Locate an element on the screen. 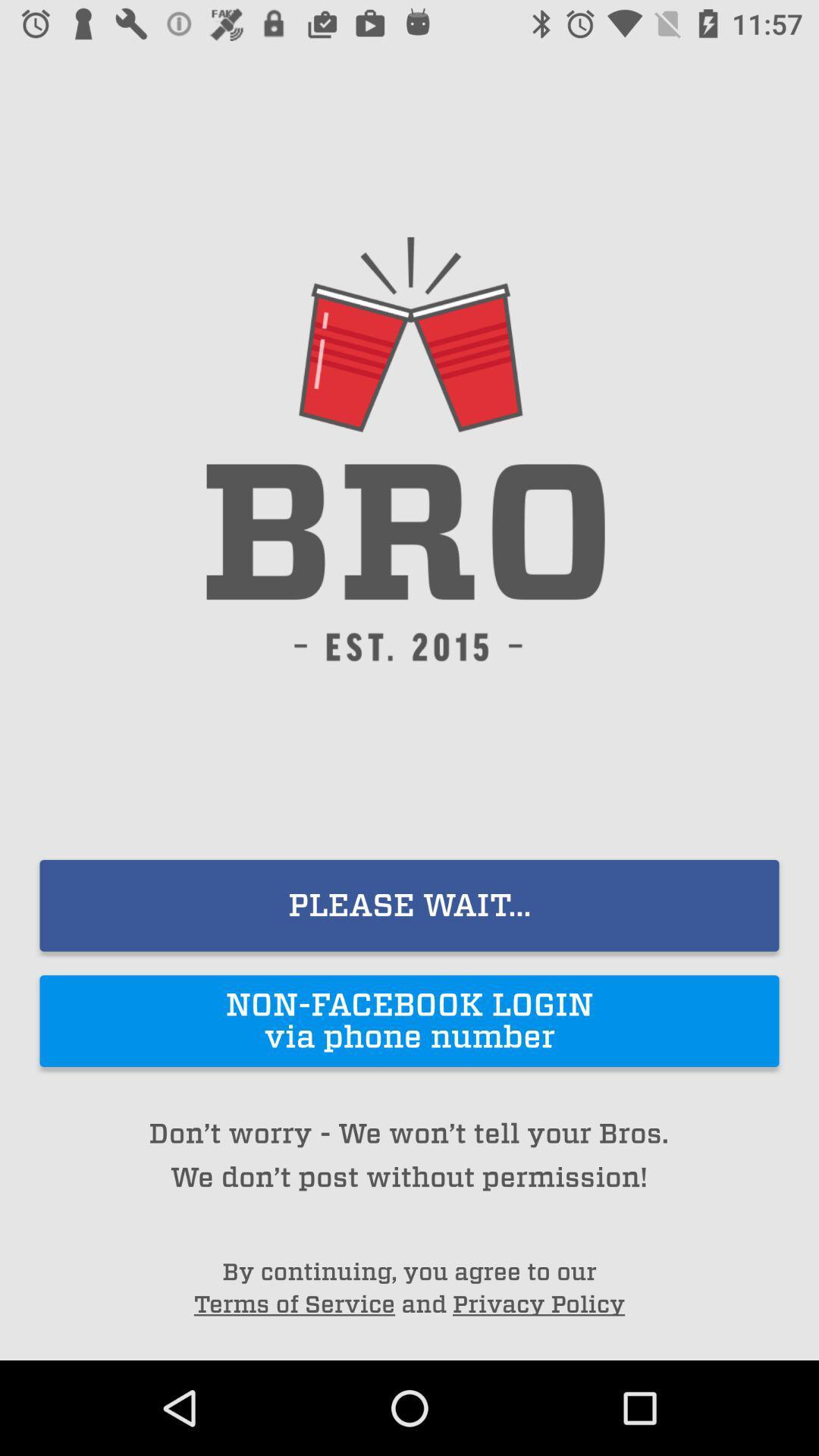 The height and width of the screenshot is (1456, 819). the item below by continuing you item is located at coordinates (294, 1304).